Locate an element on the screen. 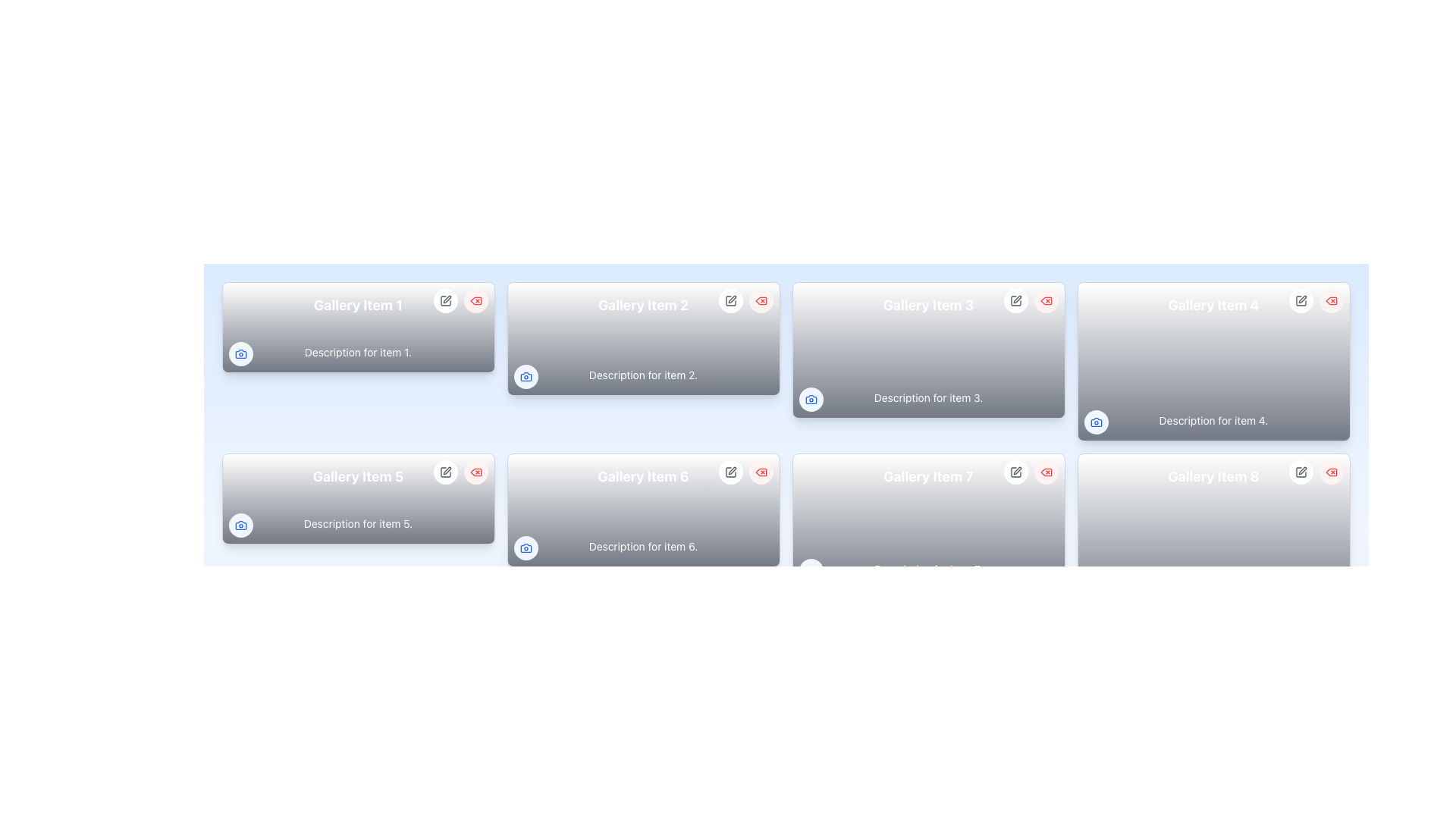  the icon button resembling a pen in the toolbar of 'Gallery Item 8' to possibly reveal more information is located at coordinates (1300, 472).